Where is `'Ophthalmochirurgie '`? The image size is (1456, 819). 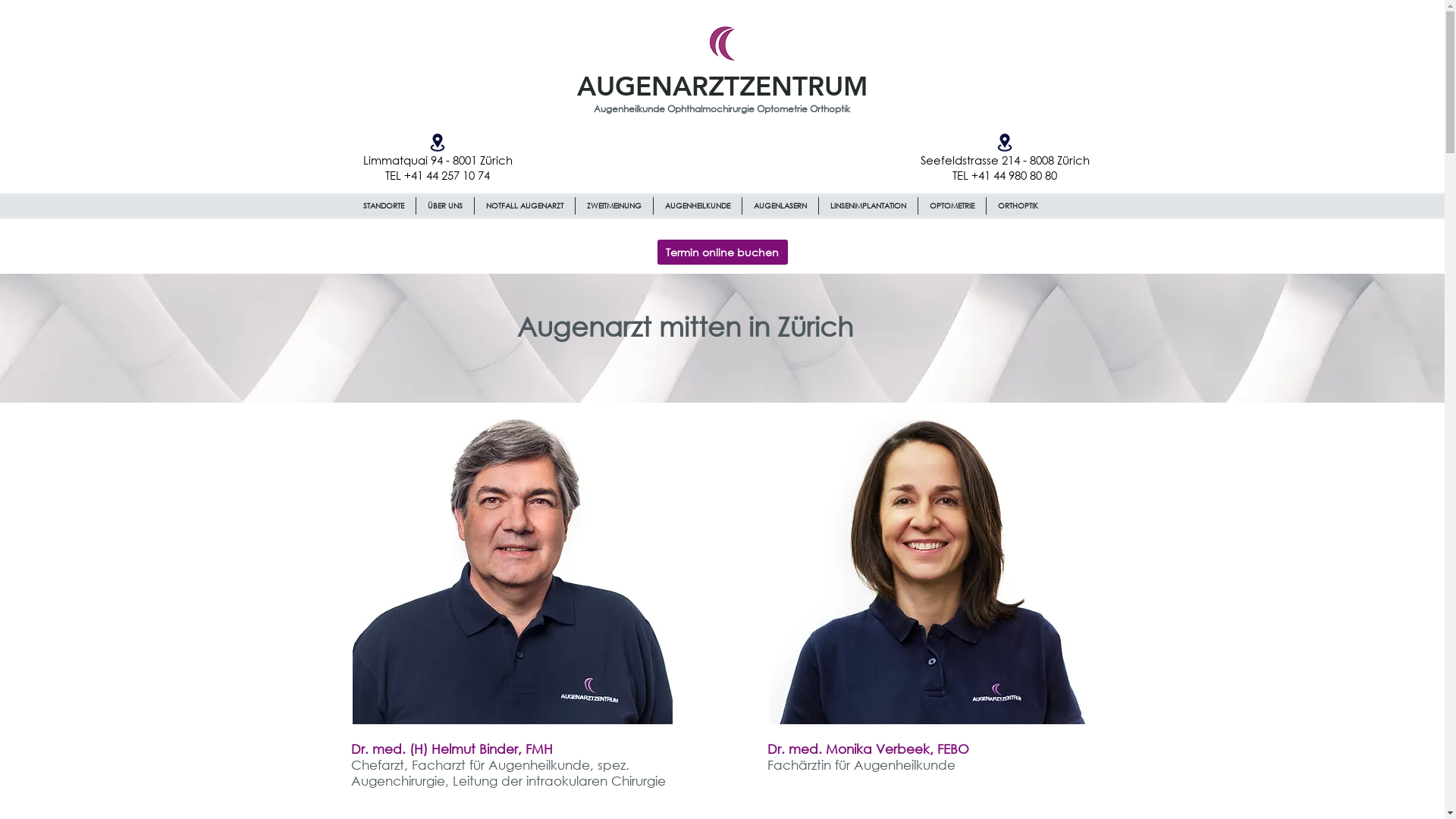
'Ophthalmochirurgie ' is located at coordinates (711, 108).